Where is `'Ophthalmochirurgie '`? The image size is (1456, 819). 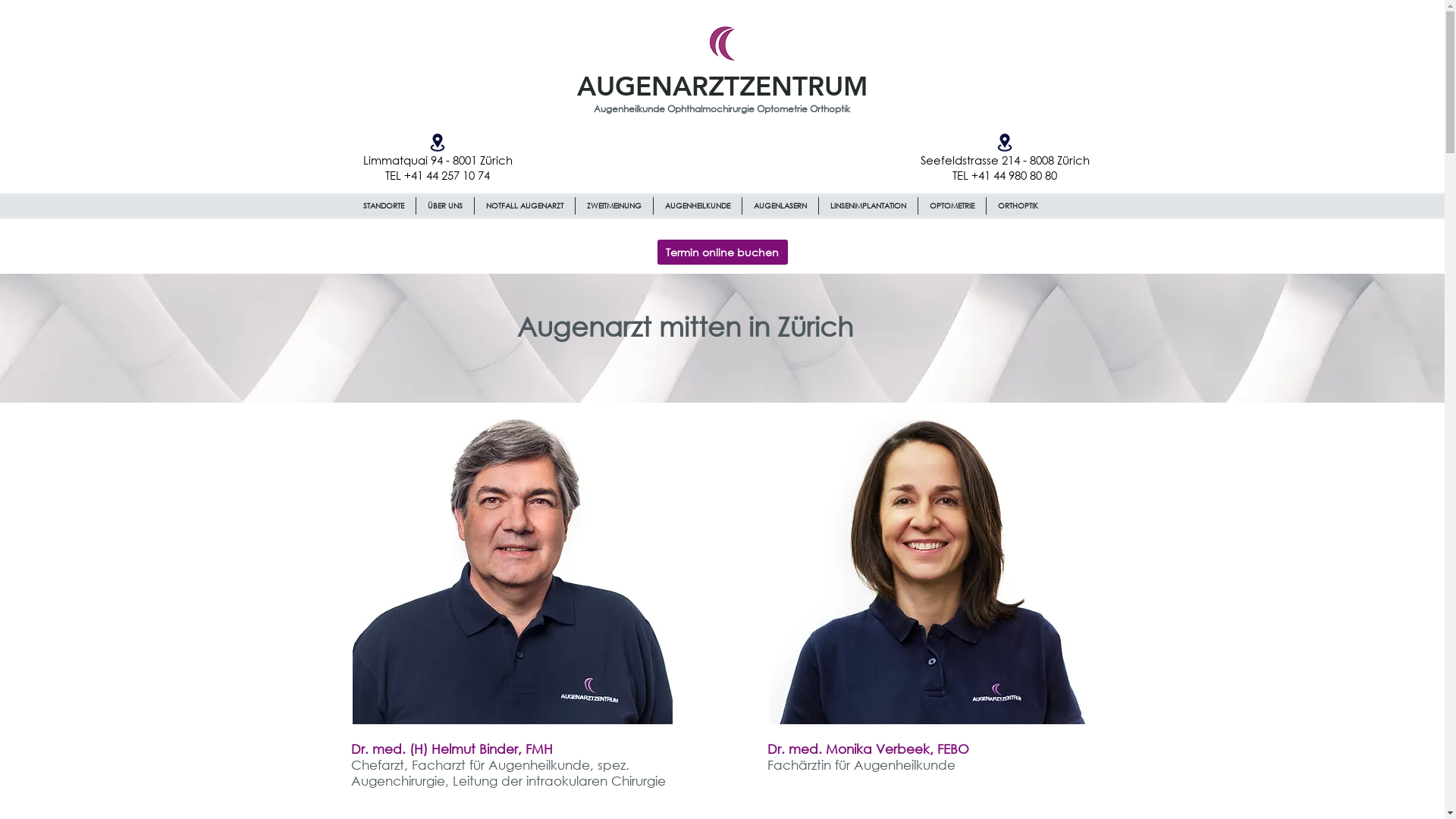
'Ophthalmochirurgie ' is located at coordinates (711, 108).